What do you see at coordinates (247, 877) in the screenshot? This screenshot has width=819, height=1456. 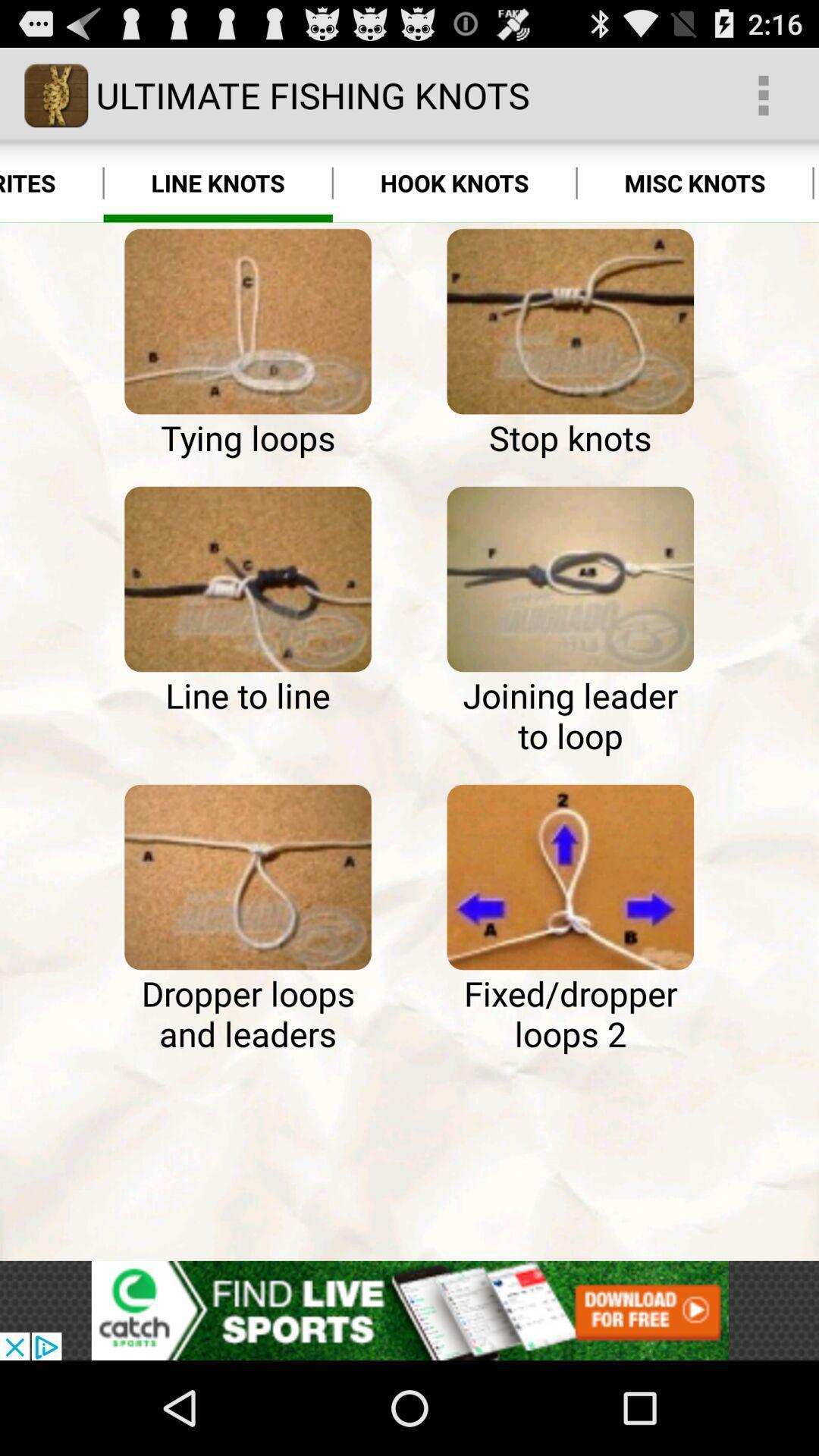 I see `line knot type dropper loops and leaders` at bounding box center [247, 877].